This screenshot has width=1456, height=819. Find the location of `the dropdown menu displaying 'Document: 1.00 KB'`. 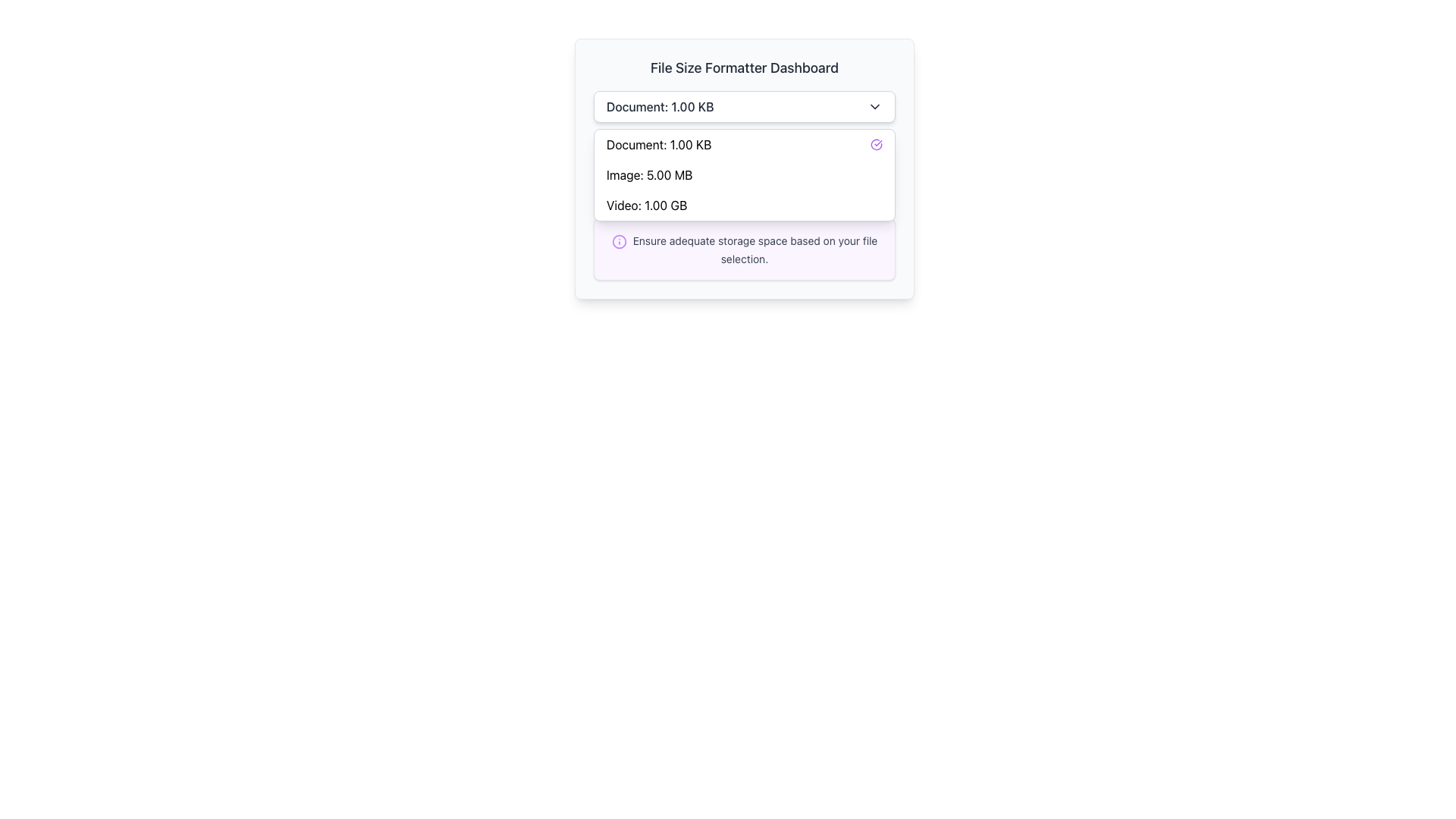

the dropdown menu displaying 'Document: 1.00 KB' is located at coordinates (745, 106).